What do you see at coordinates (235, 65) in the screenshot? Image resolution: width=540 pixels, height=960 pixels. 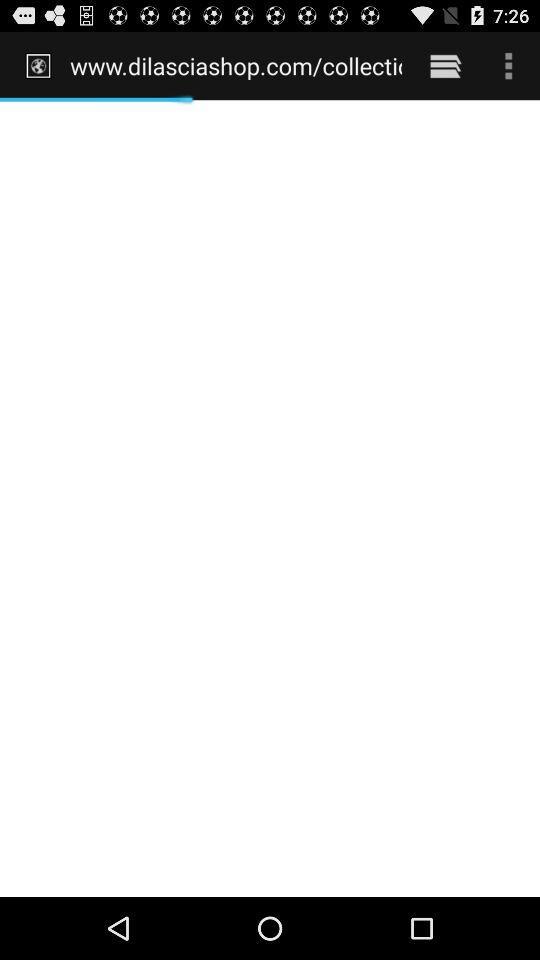 I see `the www dilasciashop com icon` at bounding box center [235, 65].